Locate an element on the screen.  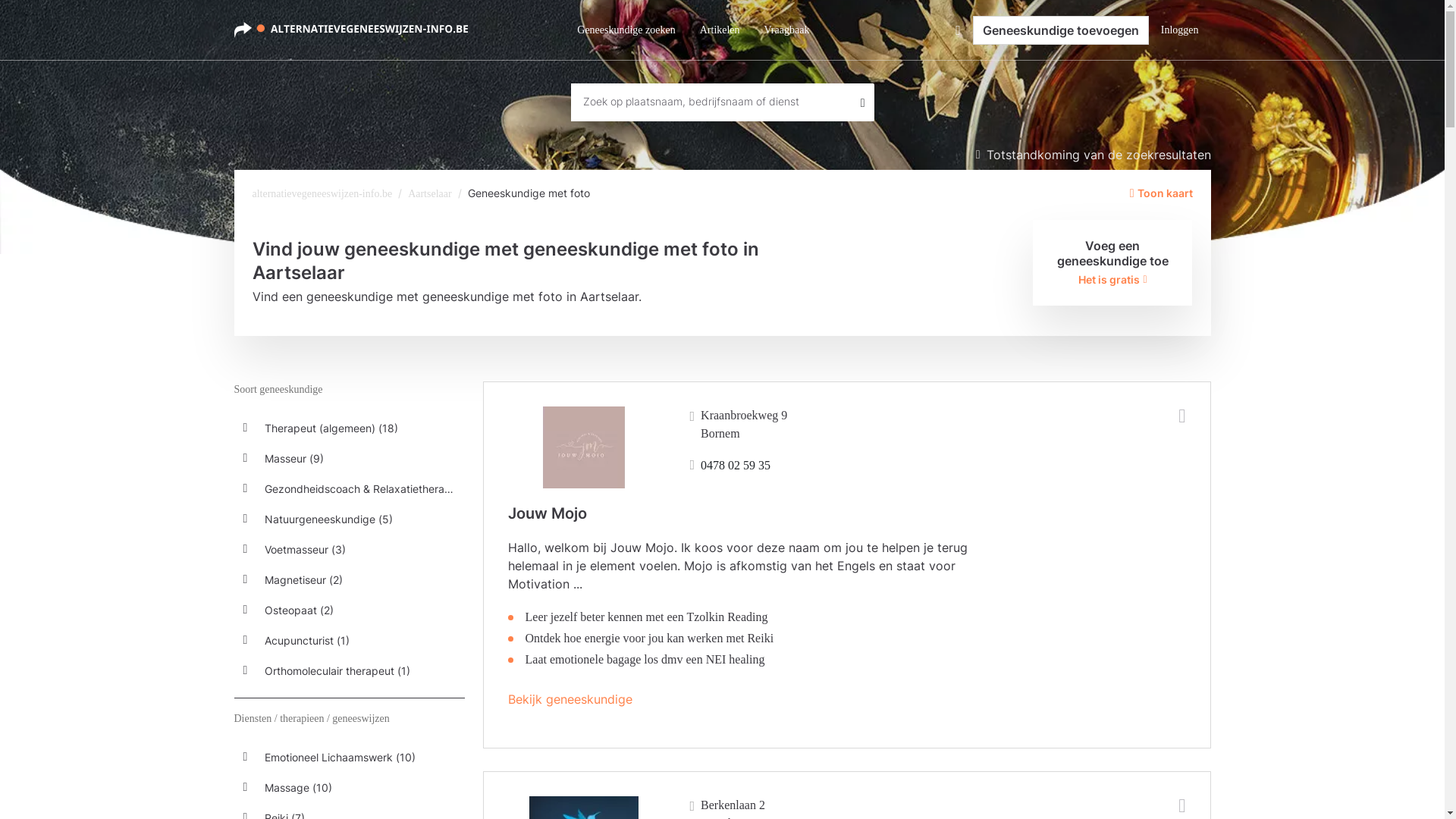
'Geneeskundige toevoegen' is located at coordinates (1059, 29).